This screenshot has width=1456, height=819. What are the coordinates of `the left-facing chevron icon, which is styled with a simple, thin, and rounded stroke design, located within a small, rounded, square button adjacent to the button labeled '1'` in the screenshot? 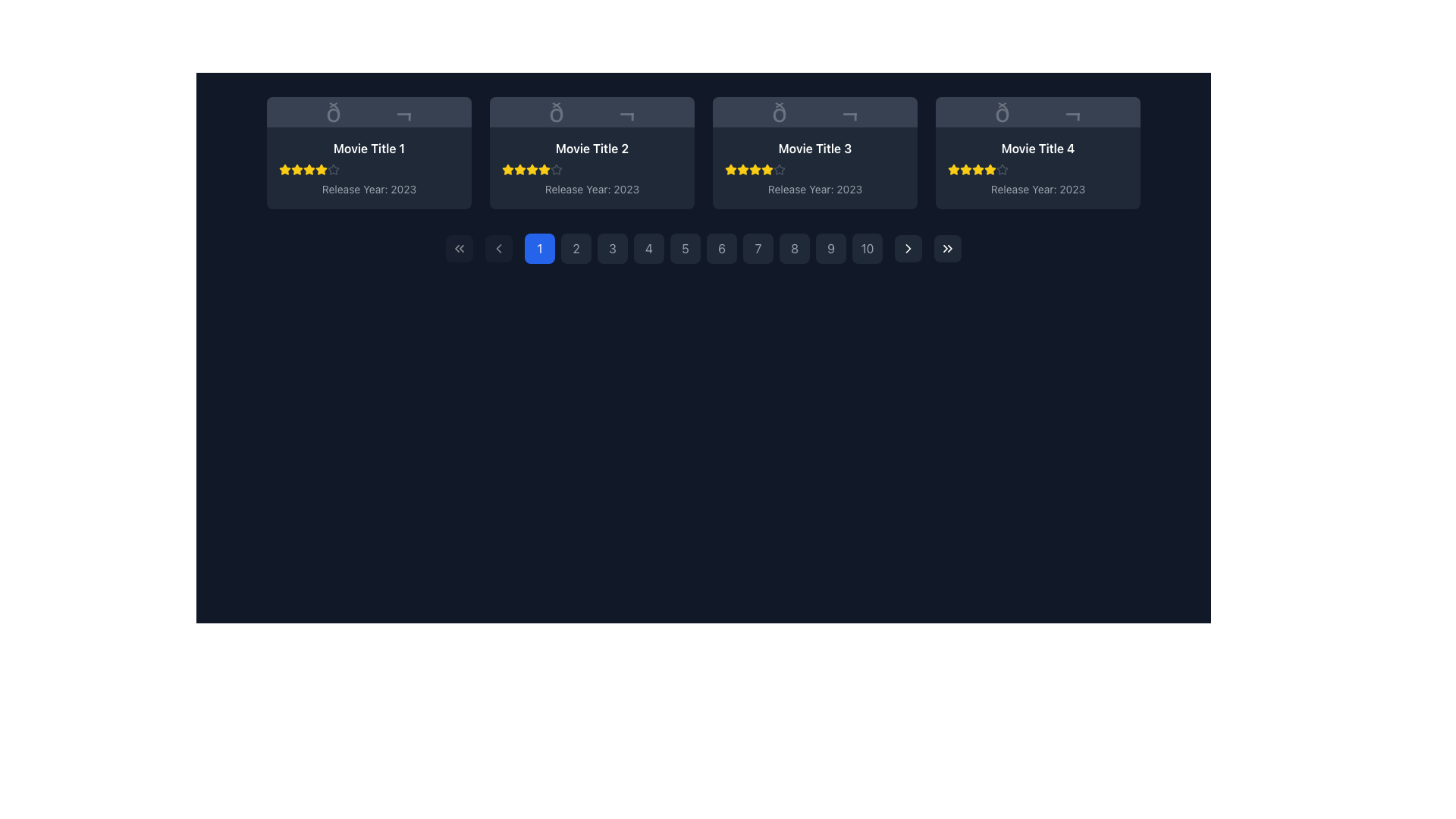 It's located at (498, 247).